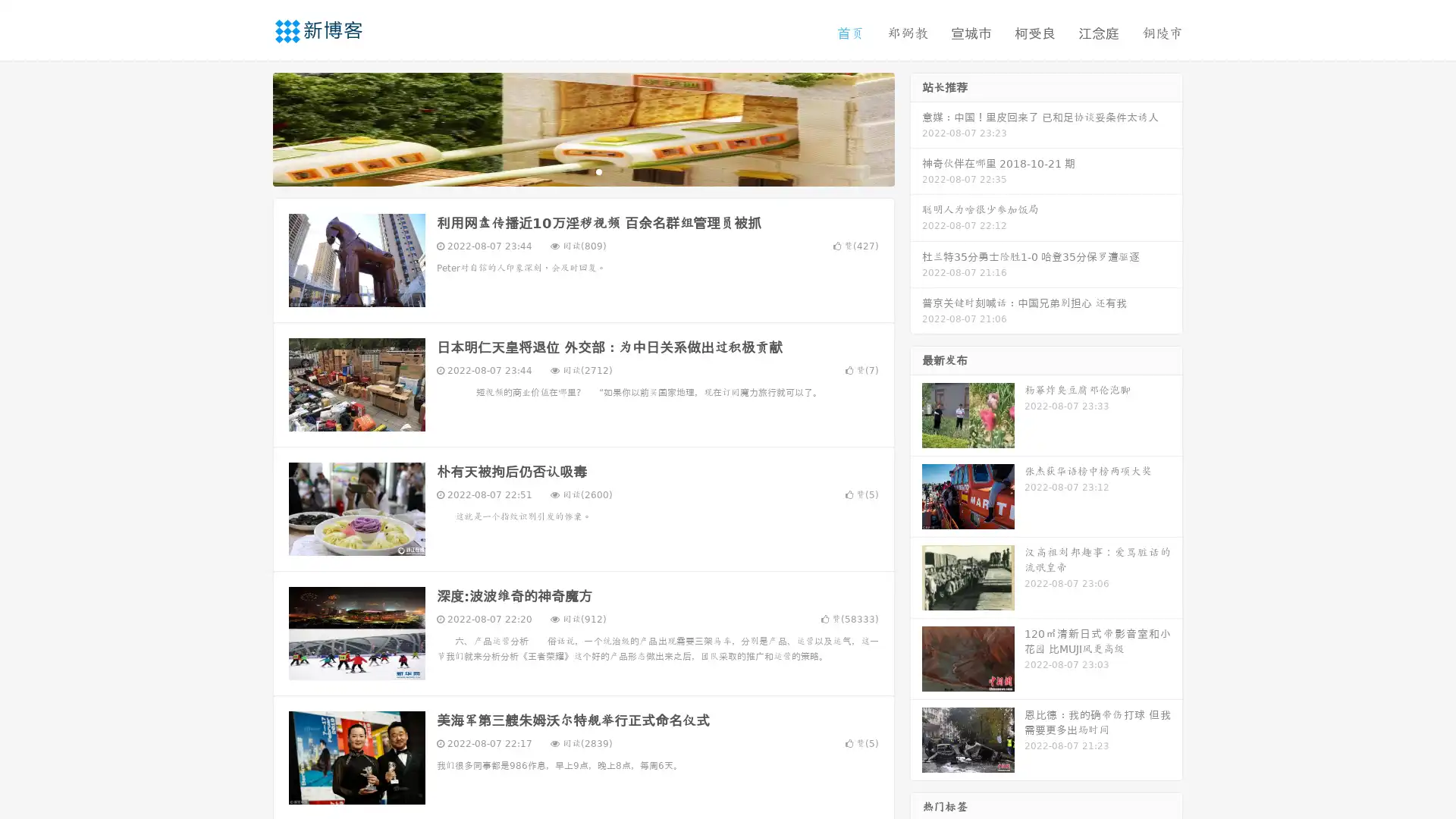  I want to click on Next slide, so click(916, 127).